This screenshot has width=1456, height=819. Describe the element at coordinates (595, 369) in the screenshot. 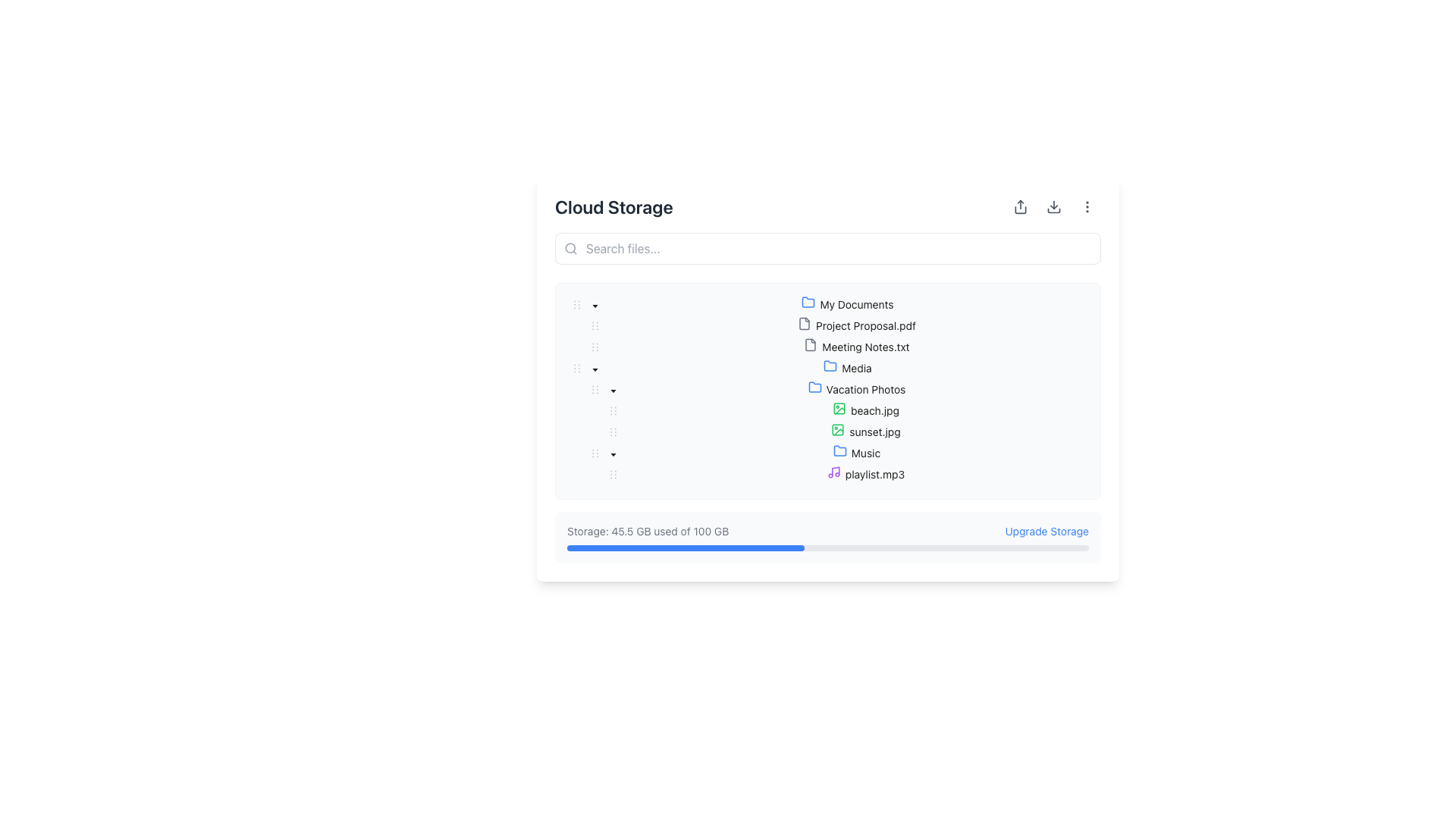

I see `the control toggle button next to the 'Media' folder label in the file tree` at that location.